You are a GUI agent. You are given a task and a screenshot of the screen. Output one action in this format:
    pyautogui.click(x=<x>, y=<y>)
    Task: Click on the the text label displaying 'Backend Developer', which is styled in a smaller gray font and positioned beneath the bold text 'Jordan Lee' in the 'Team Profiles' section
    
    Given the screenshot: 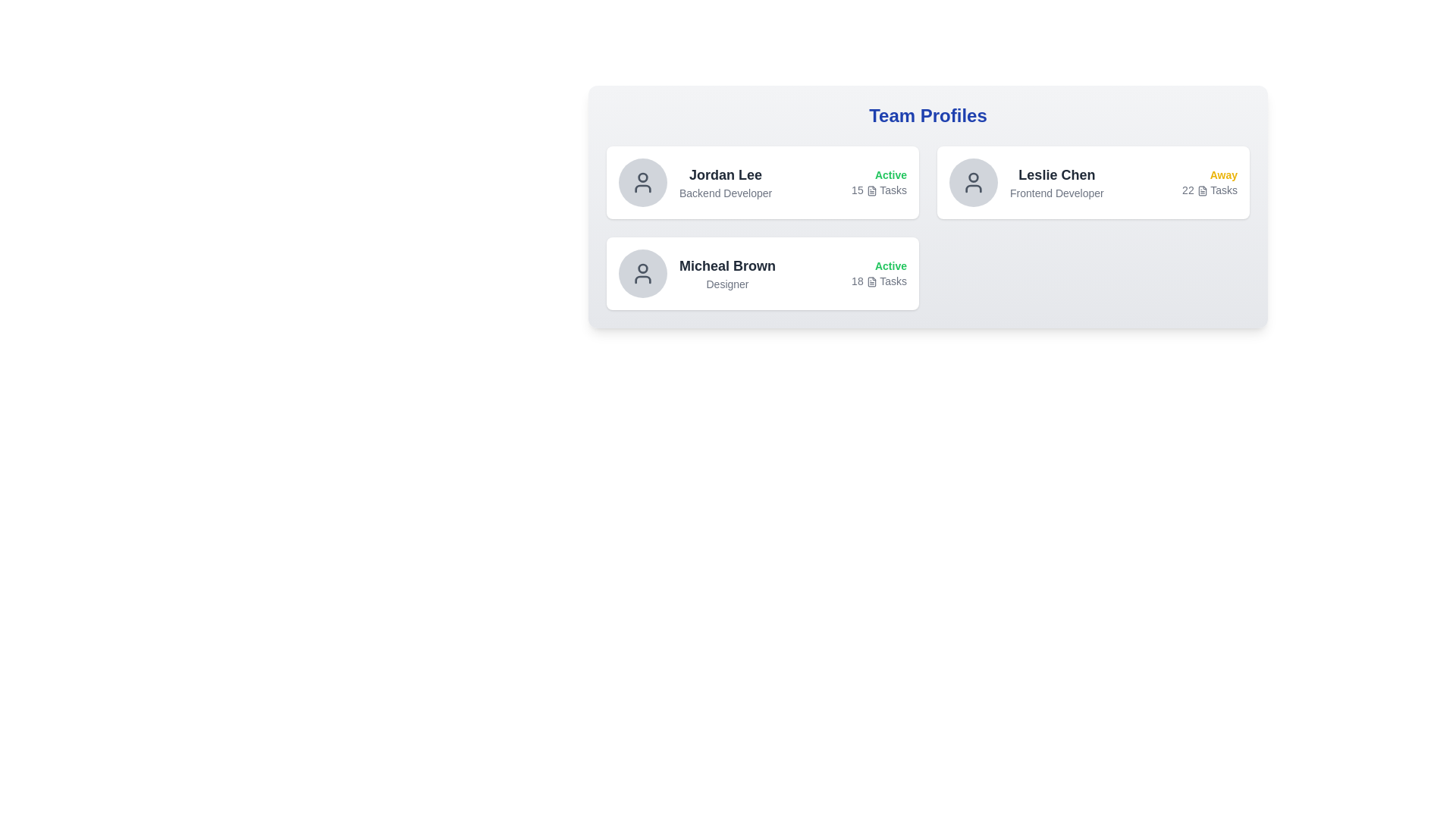 What is the action you would take?
    pyautogui.click(x=725, y=192)
    